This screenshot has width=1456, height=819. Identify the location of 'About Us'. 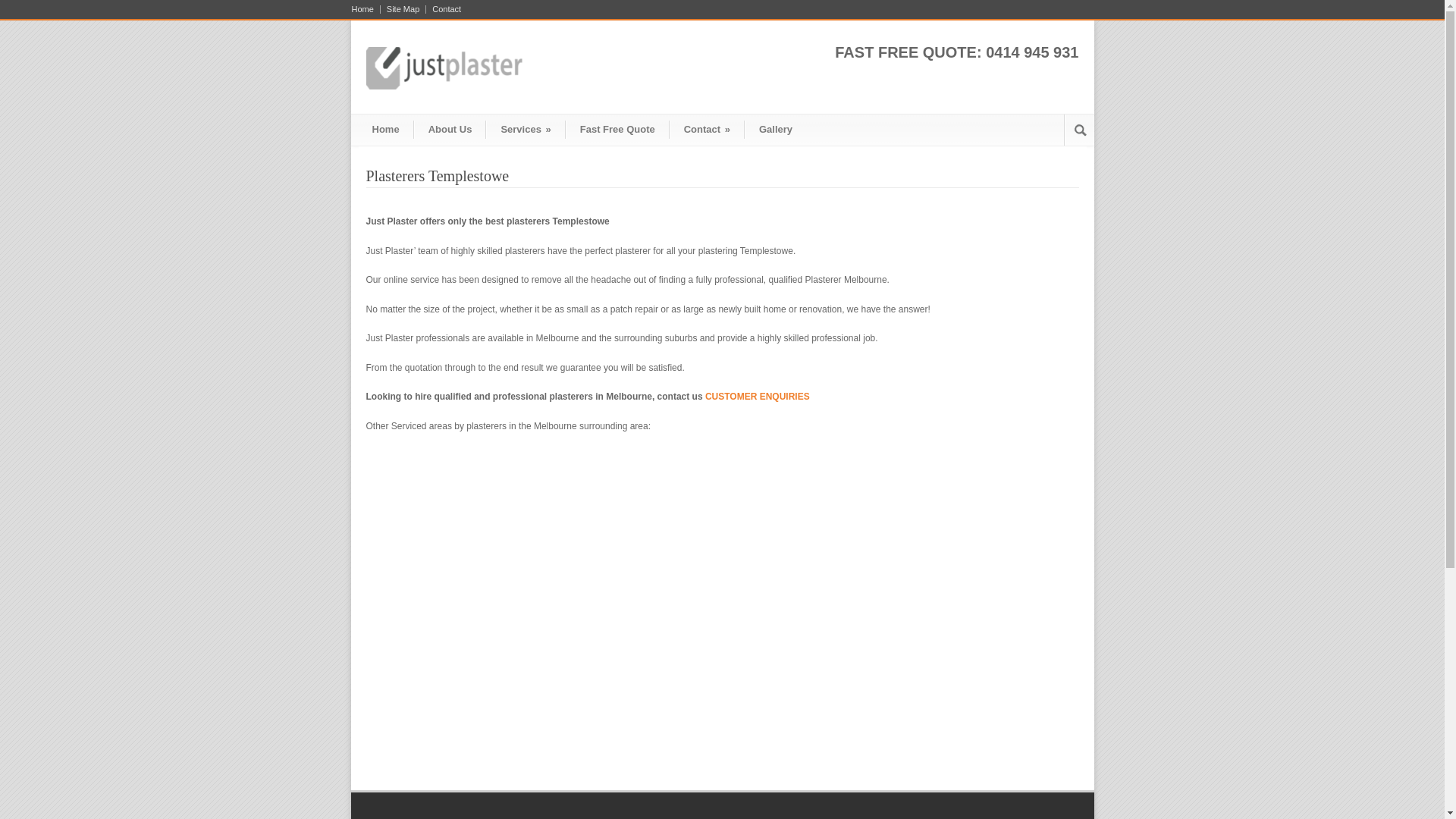
(450, 127).